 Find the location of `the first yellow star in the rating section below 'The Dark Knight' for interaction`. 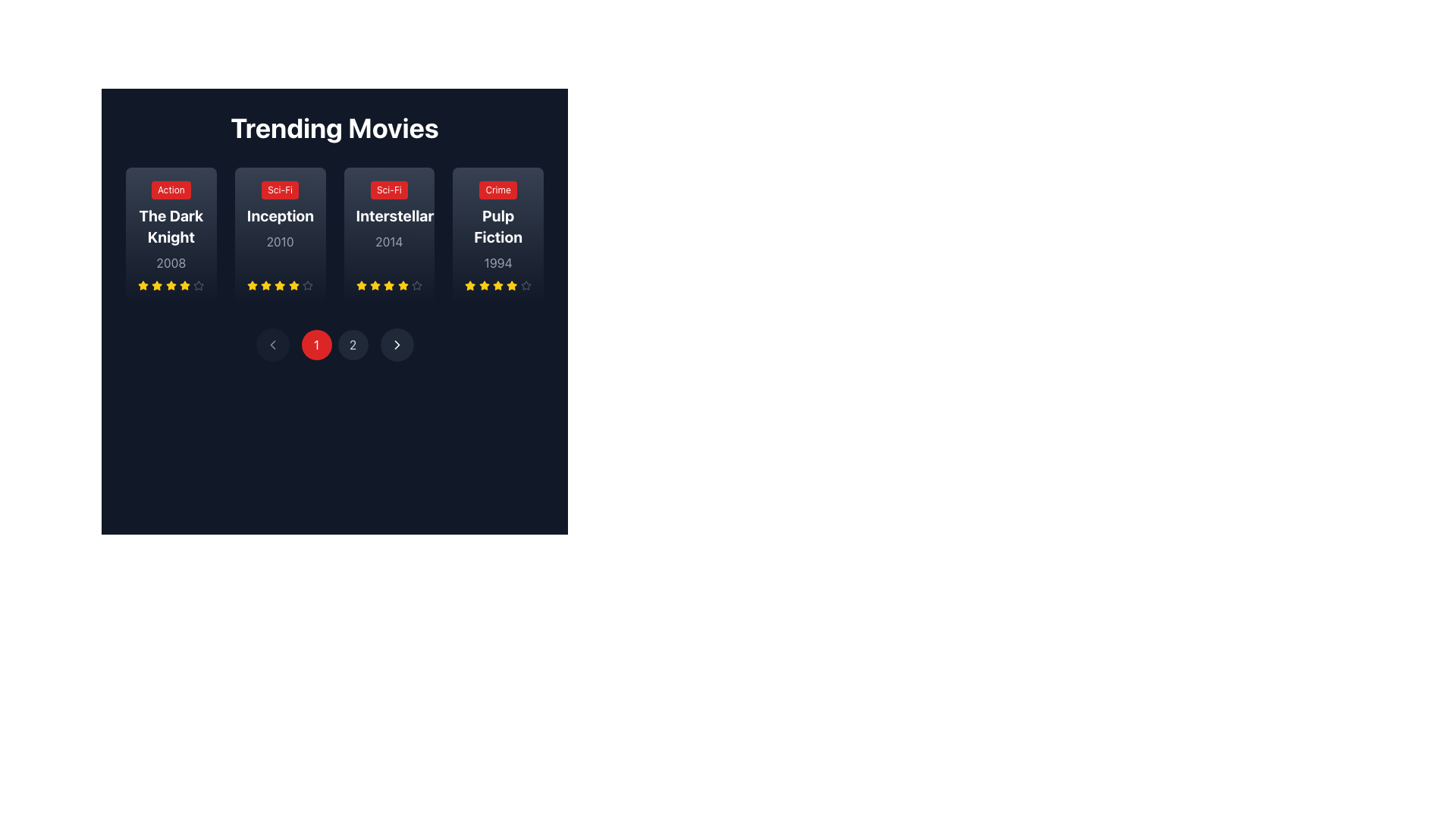

the first yellow star in the rating section below 'The Dark Knight' for interaction is located at coordinates (171, 285).